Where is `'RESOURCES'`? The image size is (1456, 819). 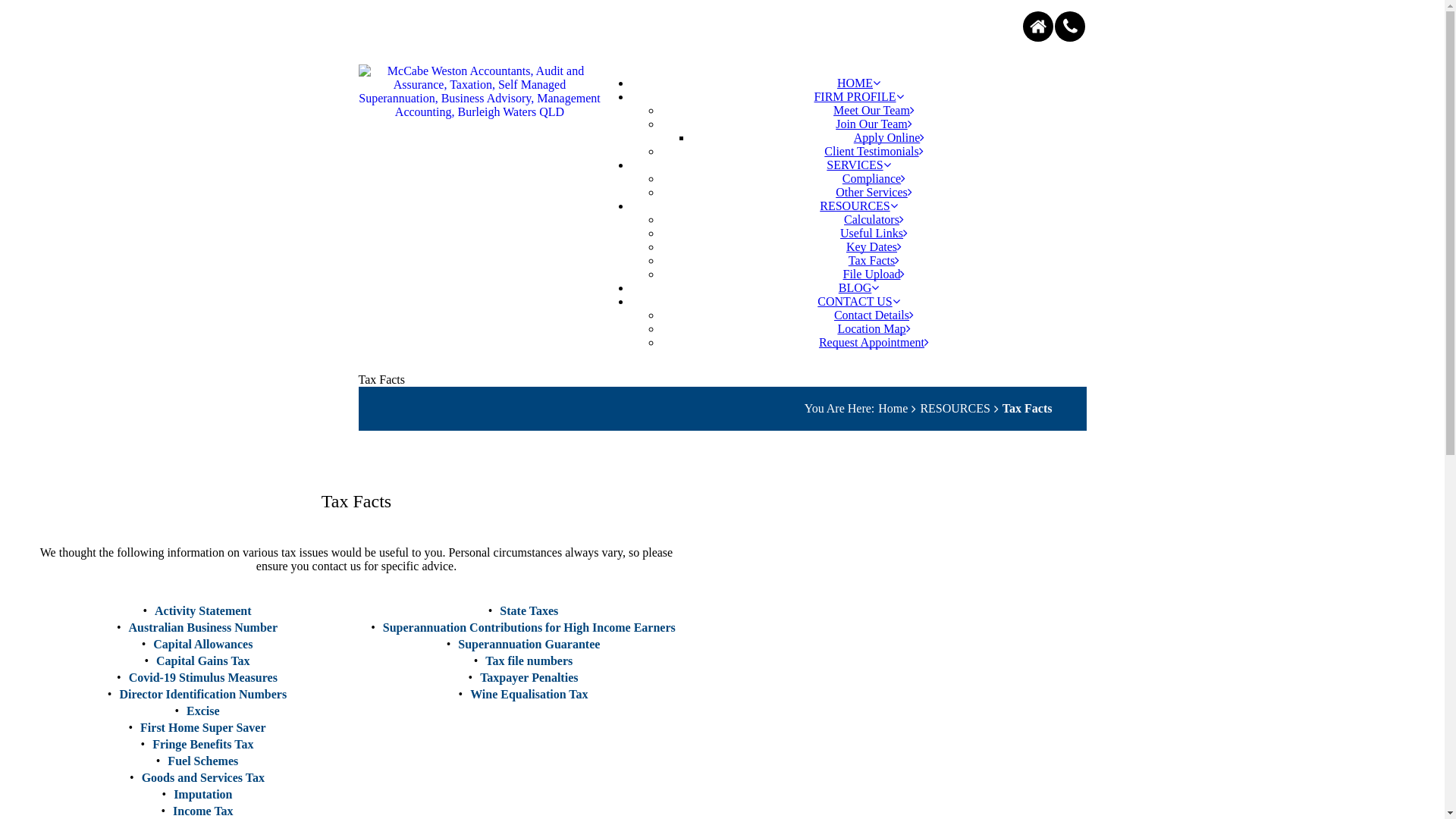 'RESOURCES' is located at coordinates (858, 206).